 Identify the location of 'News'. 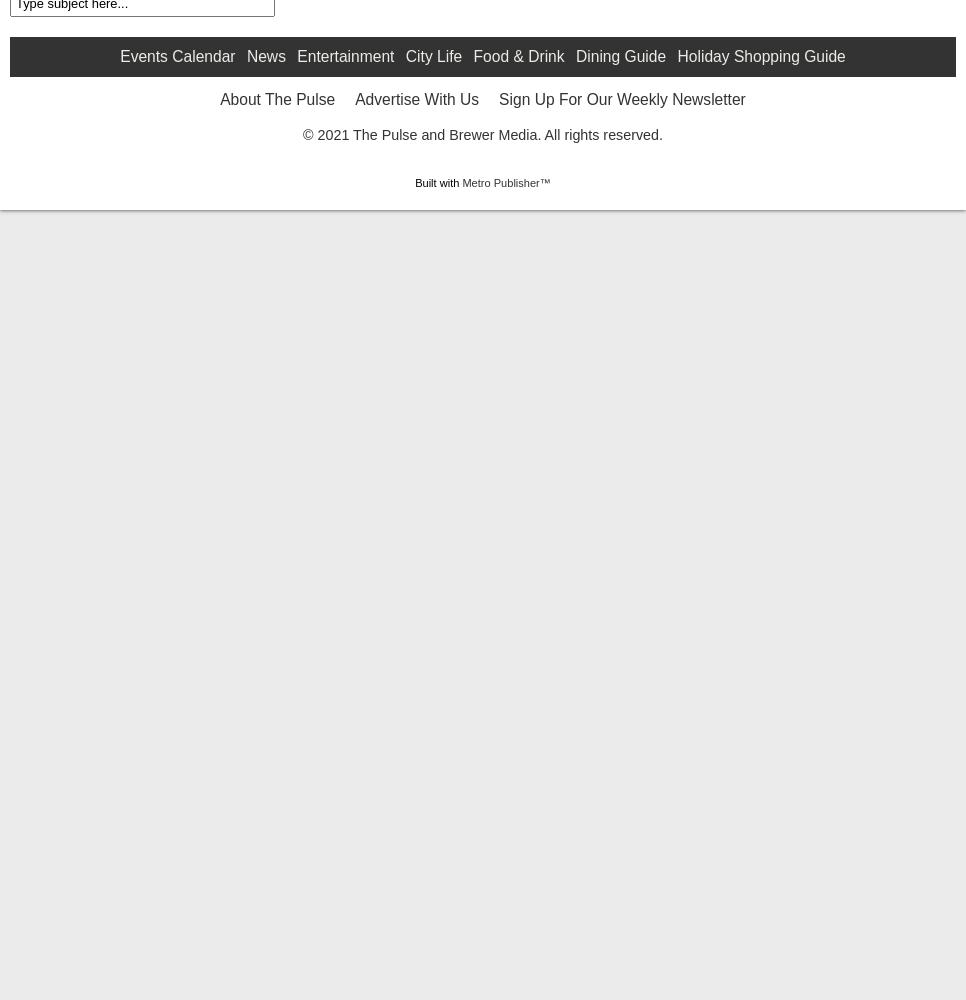
(265, 213).